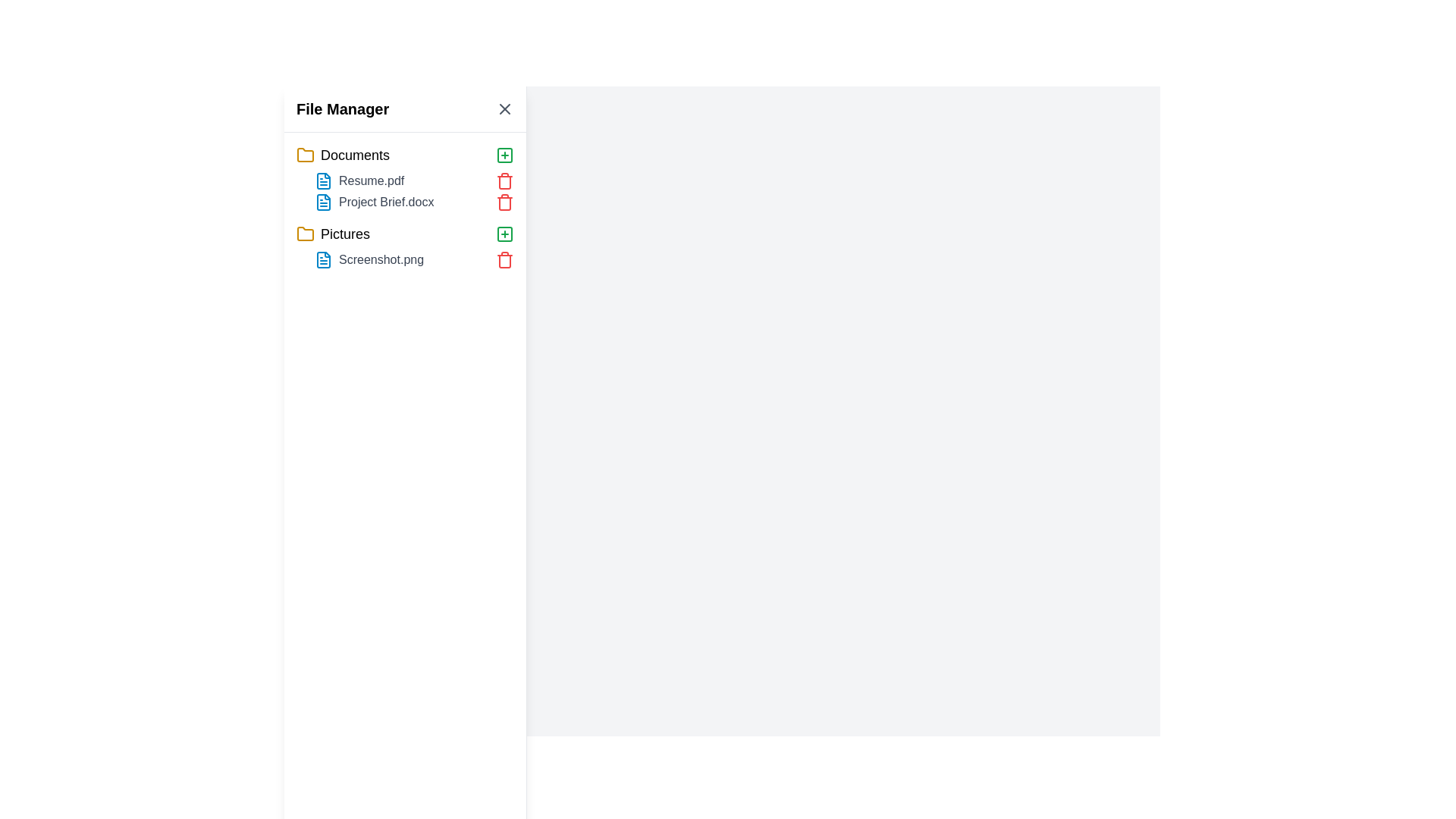  Describe the element at coordinates (505, 203) in the screenshot. I see `the vertical segment of the trash can icon, which is styled with a red hue and indicates a delete action` at that location.